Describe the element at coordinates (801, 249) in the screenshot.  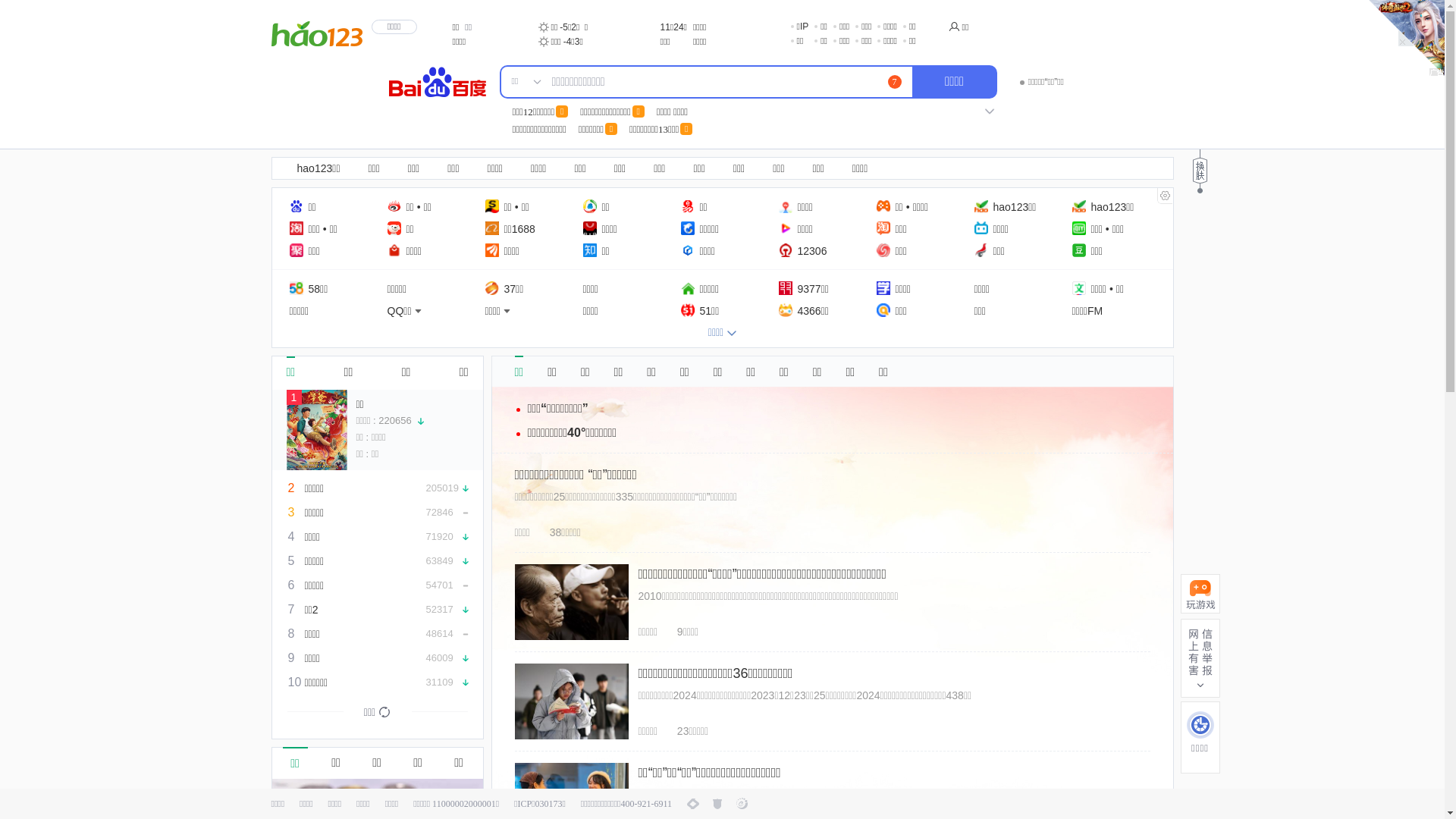
I see `'12306'` at that location.